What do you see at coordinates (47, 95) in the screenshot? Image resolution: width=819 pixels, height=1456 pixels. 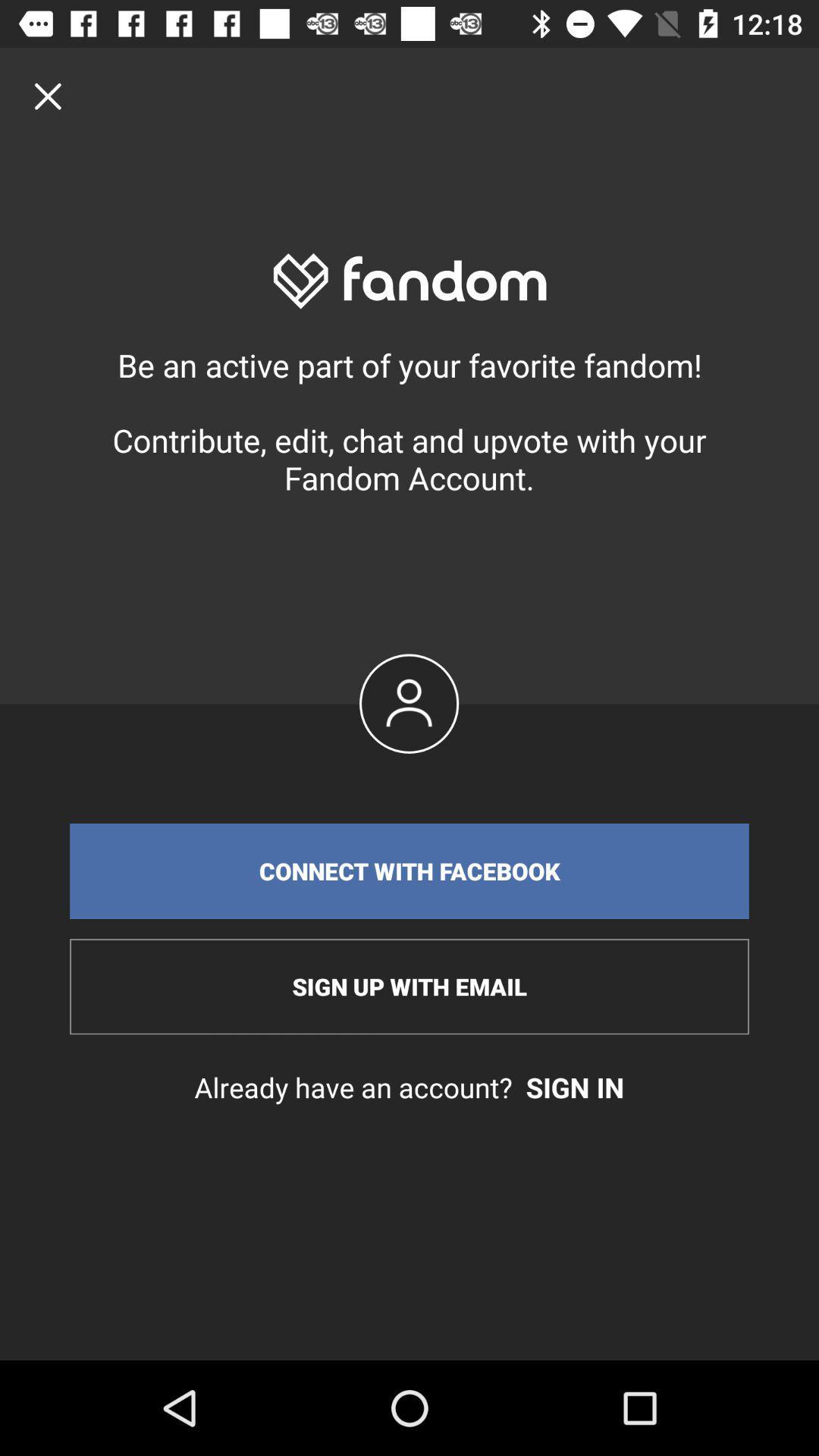 I see `click close` at bounding box center [47, 95].